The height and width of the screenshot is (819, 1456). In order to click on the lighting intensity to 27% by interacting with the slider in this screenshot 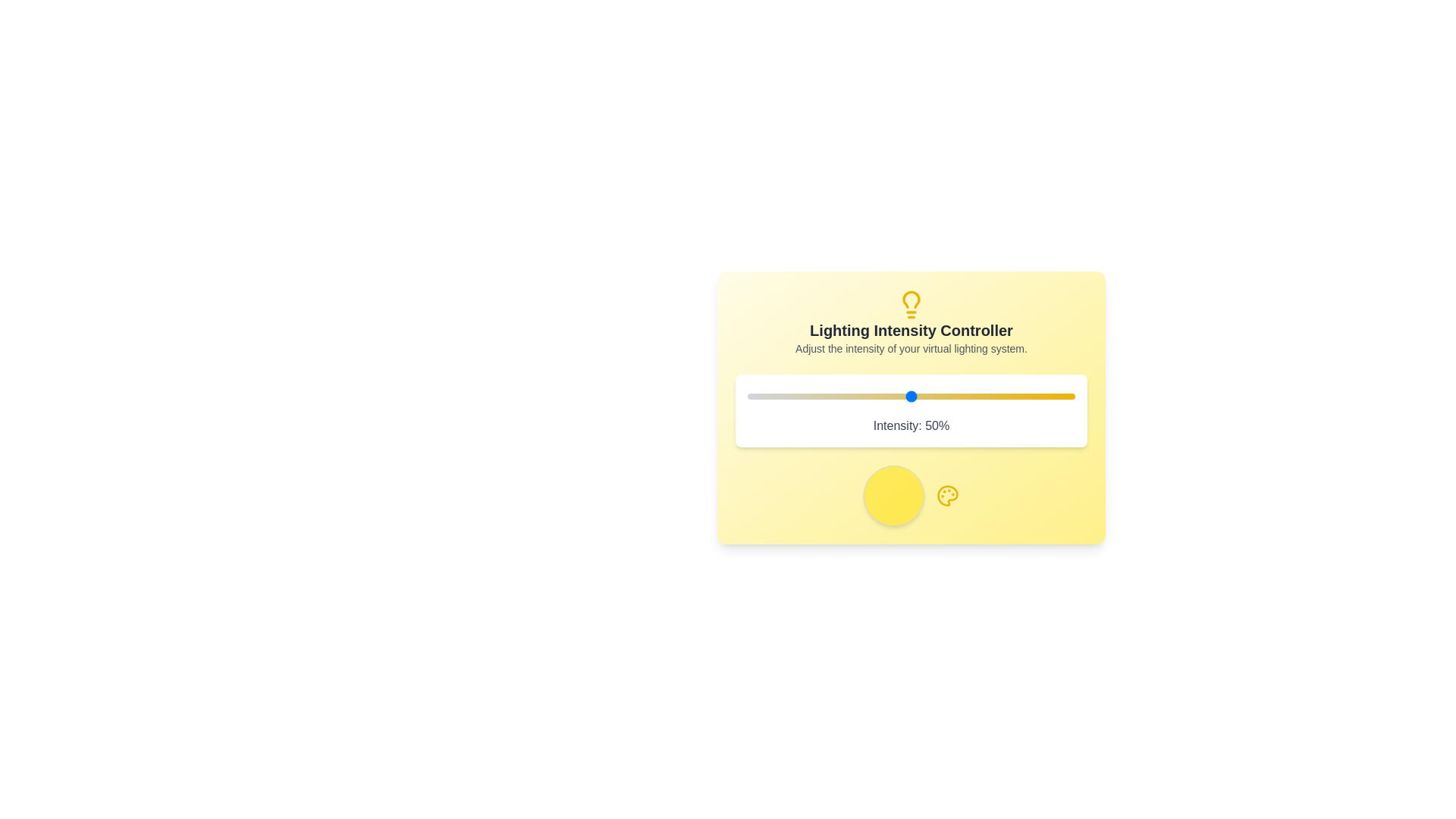, I will do `click(835, 396)`.